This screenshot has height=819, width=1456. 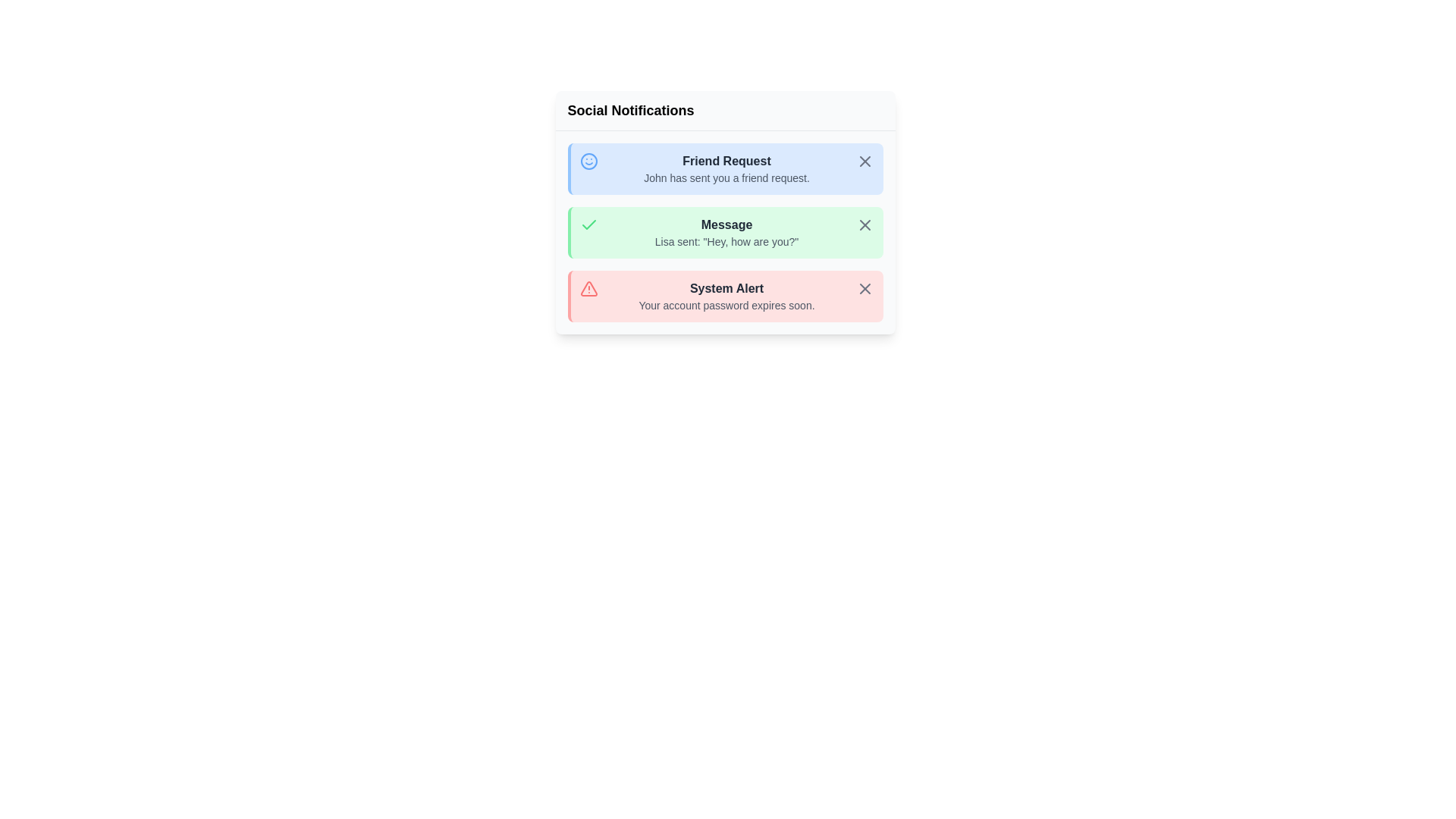 I want to click on static text message displayed in light gray color that reads: 'Lisa sent: "Hey, how are you?"' located within the green-background notification panel labeled 'Message', so click(x=726, y=241).